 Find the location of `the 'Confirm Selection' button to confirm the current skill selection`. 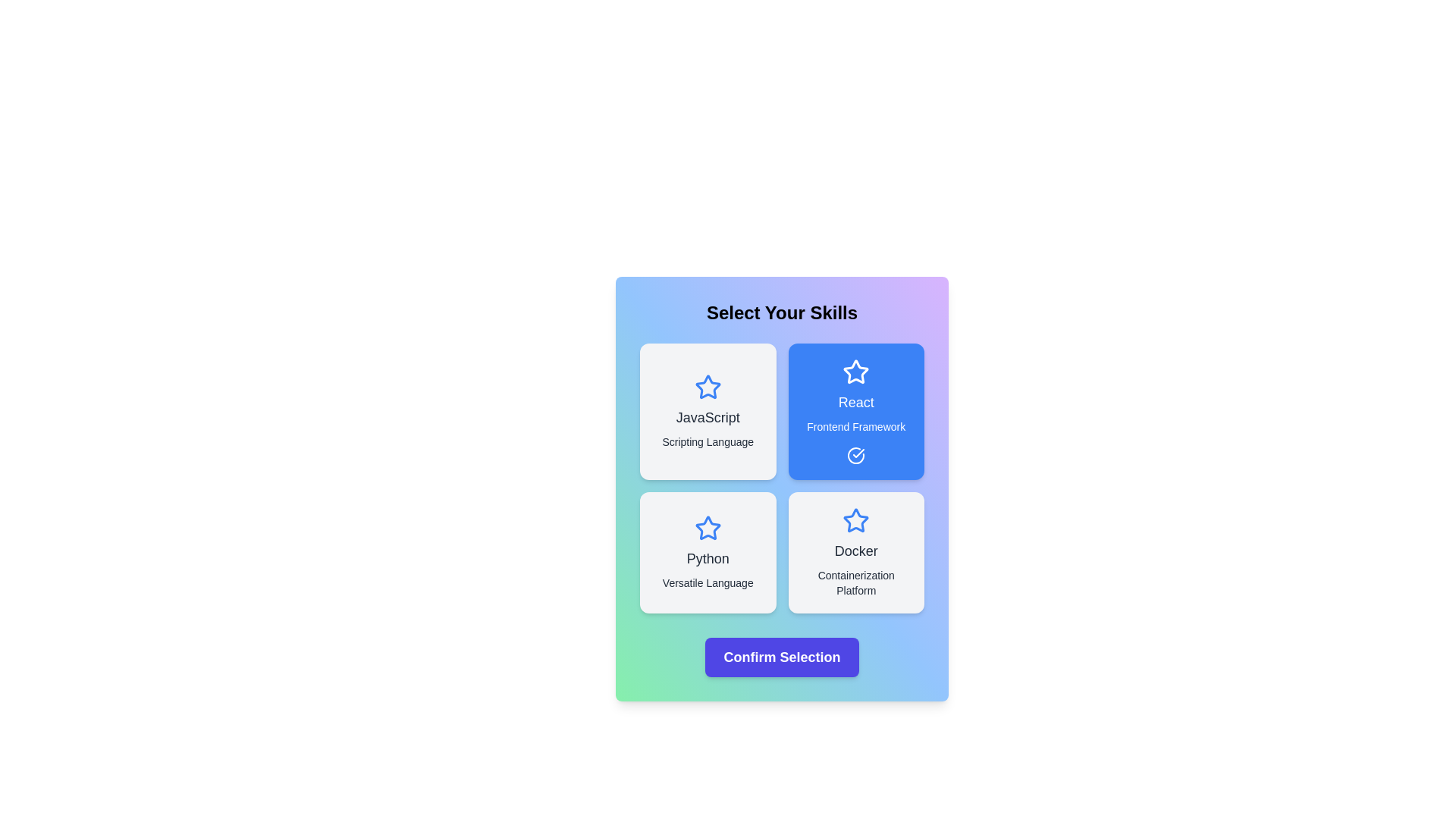

the 'Confirm Selection' button to confirm the current skill selection is located at coordinates (782, 657).